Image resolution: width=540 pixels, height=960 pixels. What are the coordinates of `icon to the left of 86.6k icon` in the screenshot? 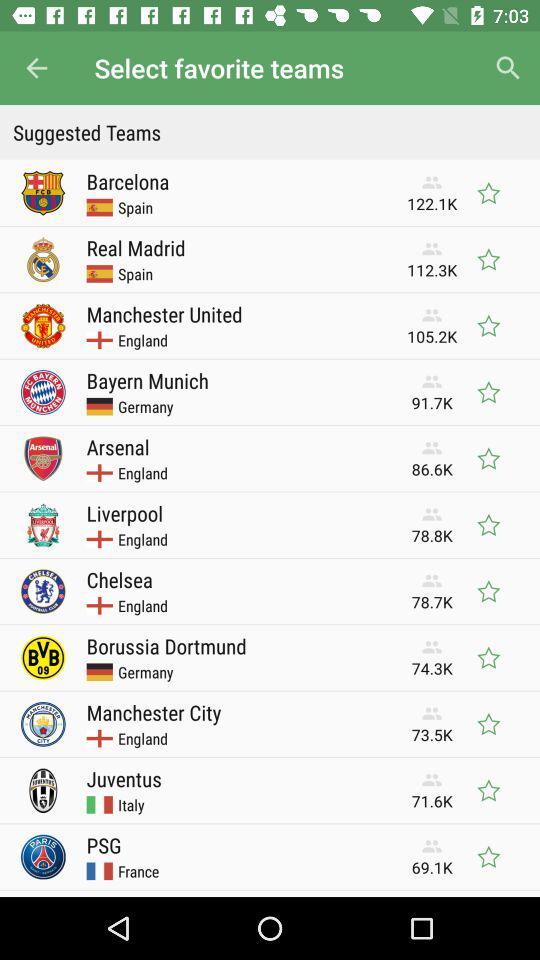 It's located at (118, 446).